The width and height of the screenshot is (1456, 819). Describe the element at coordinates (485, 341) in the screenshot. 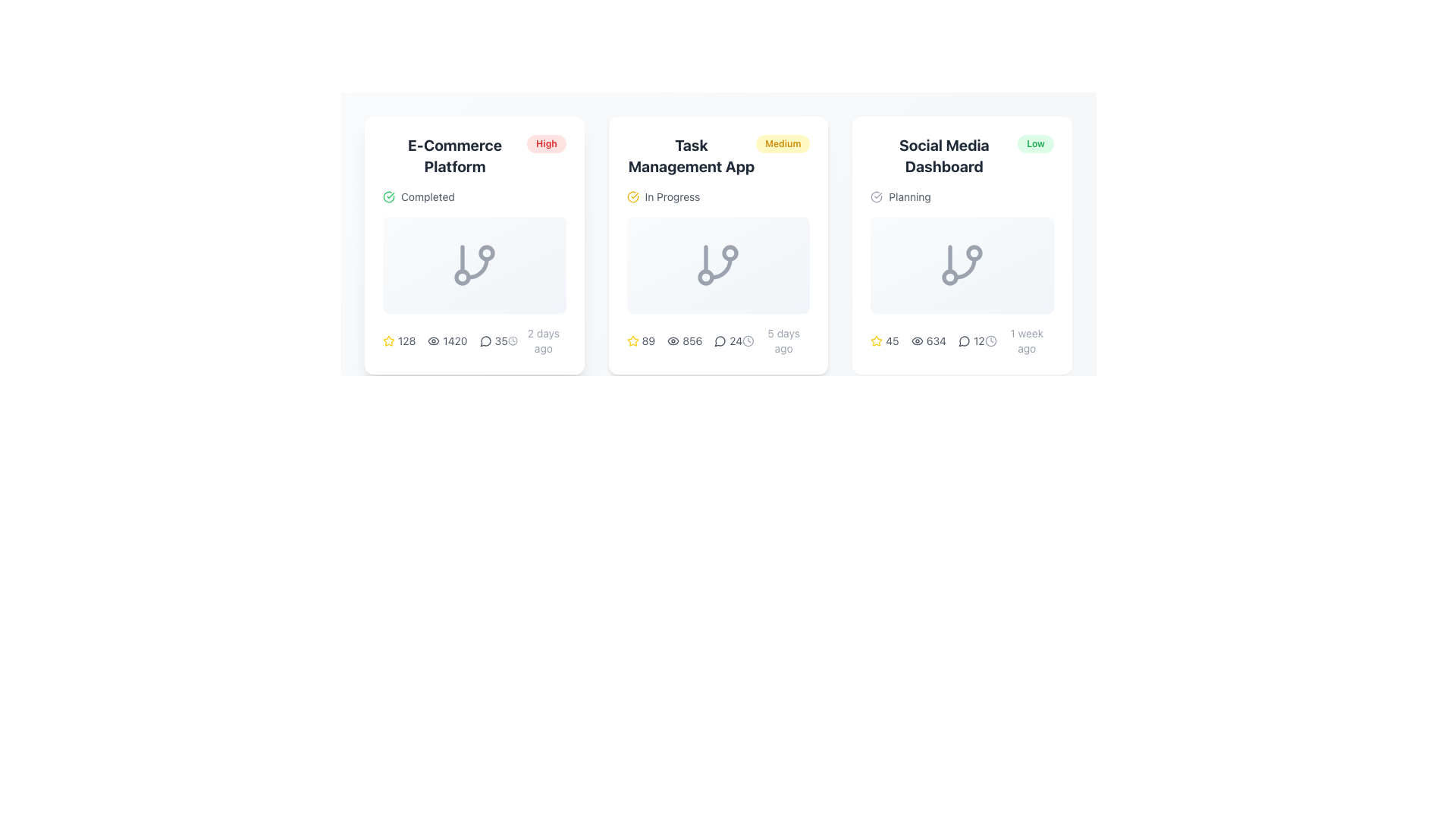

I see `the comment icon that indicates the number of comments (35) located below the title 'E-Commerce Platform' in the first card of the interface` at that location.